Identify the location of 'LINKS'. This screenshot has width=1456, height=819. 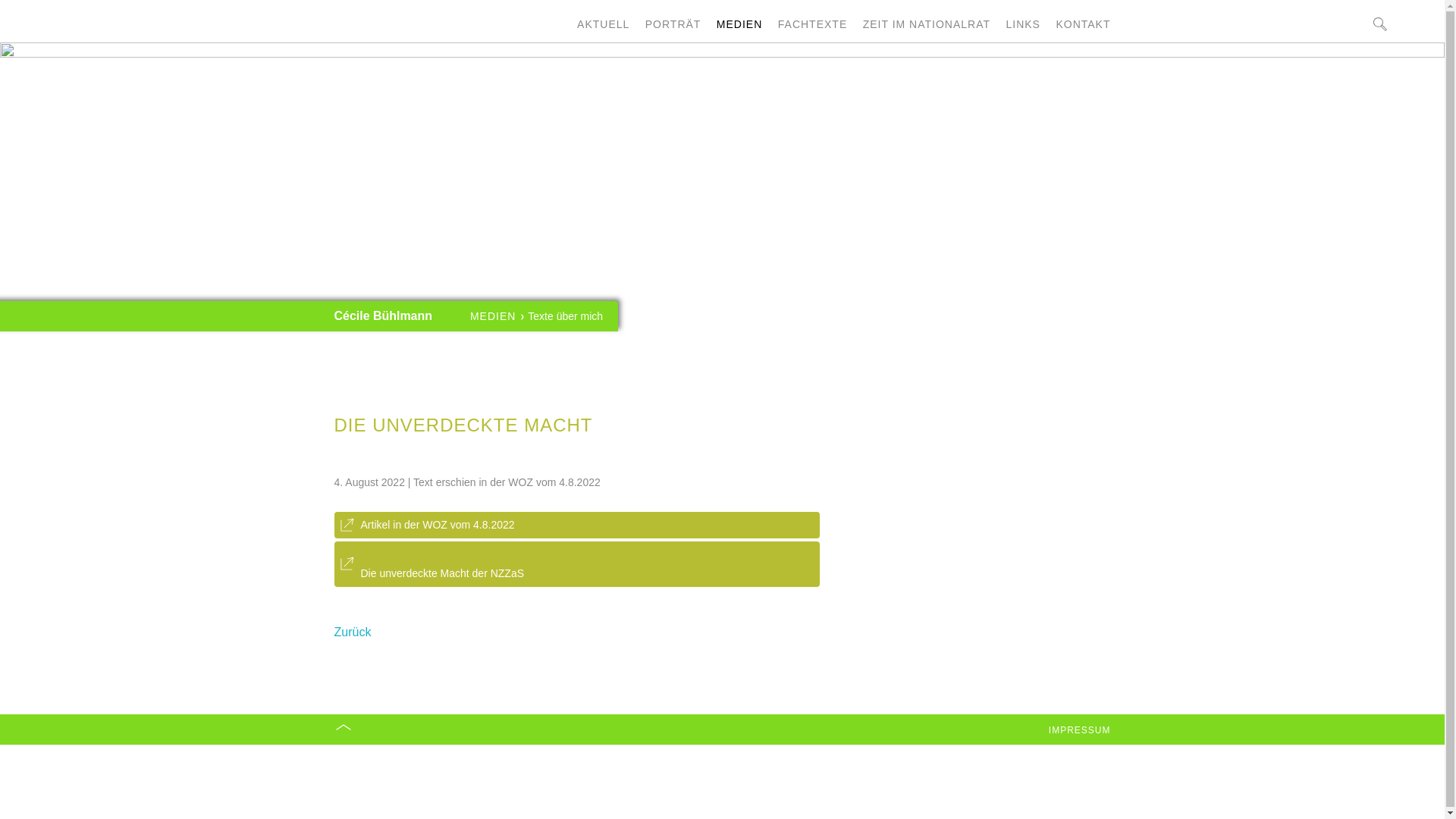
(1005, 24).